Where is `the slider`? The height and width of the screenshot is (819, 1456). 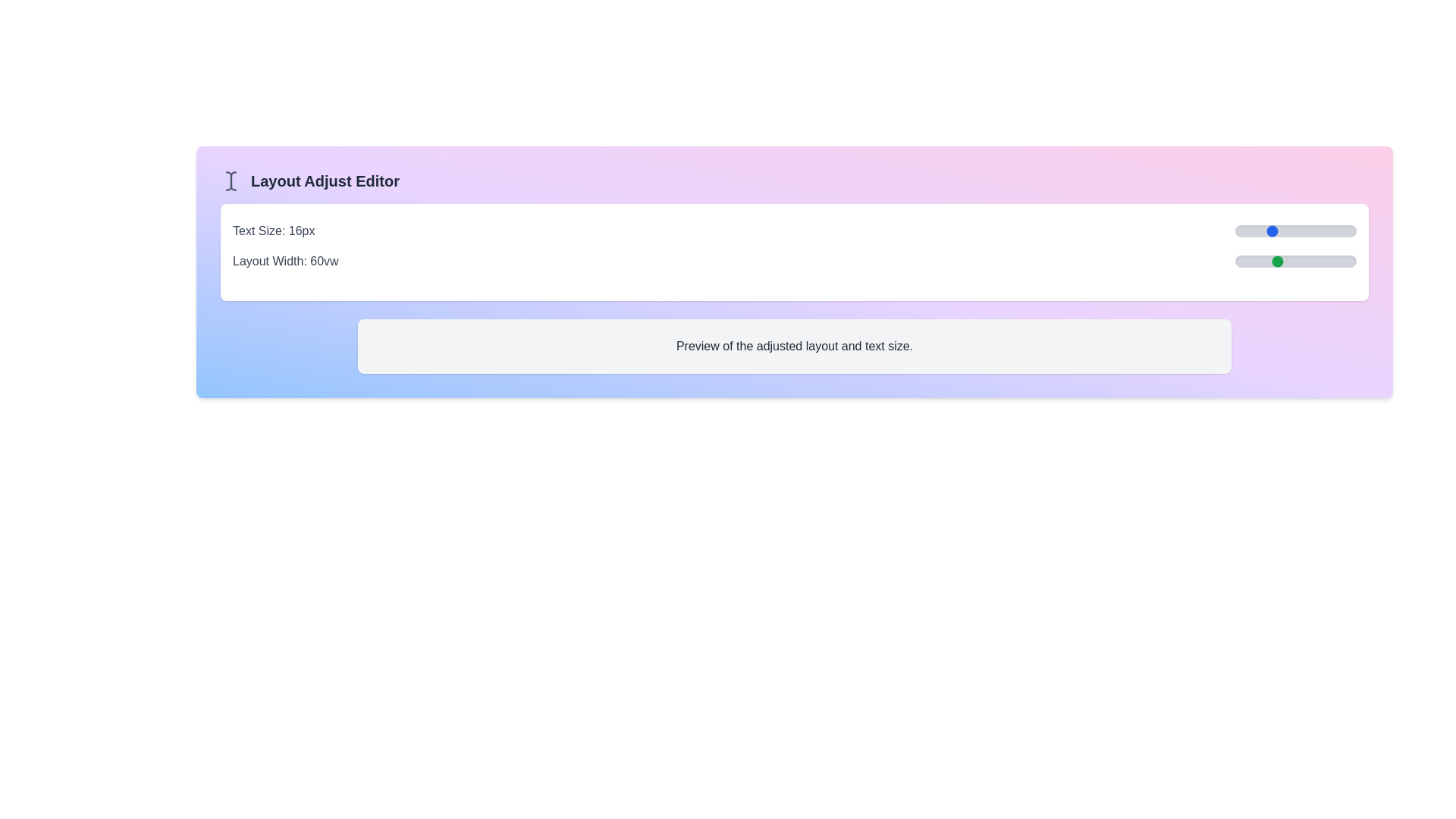
the slider is located at coordinates (1285, 260).